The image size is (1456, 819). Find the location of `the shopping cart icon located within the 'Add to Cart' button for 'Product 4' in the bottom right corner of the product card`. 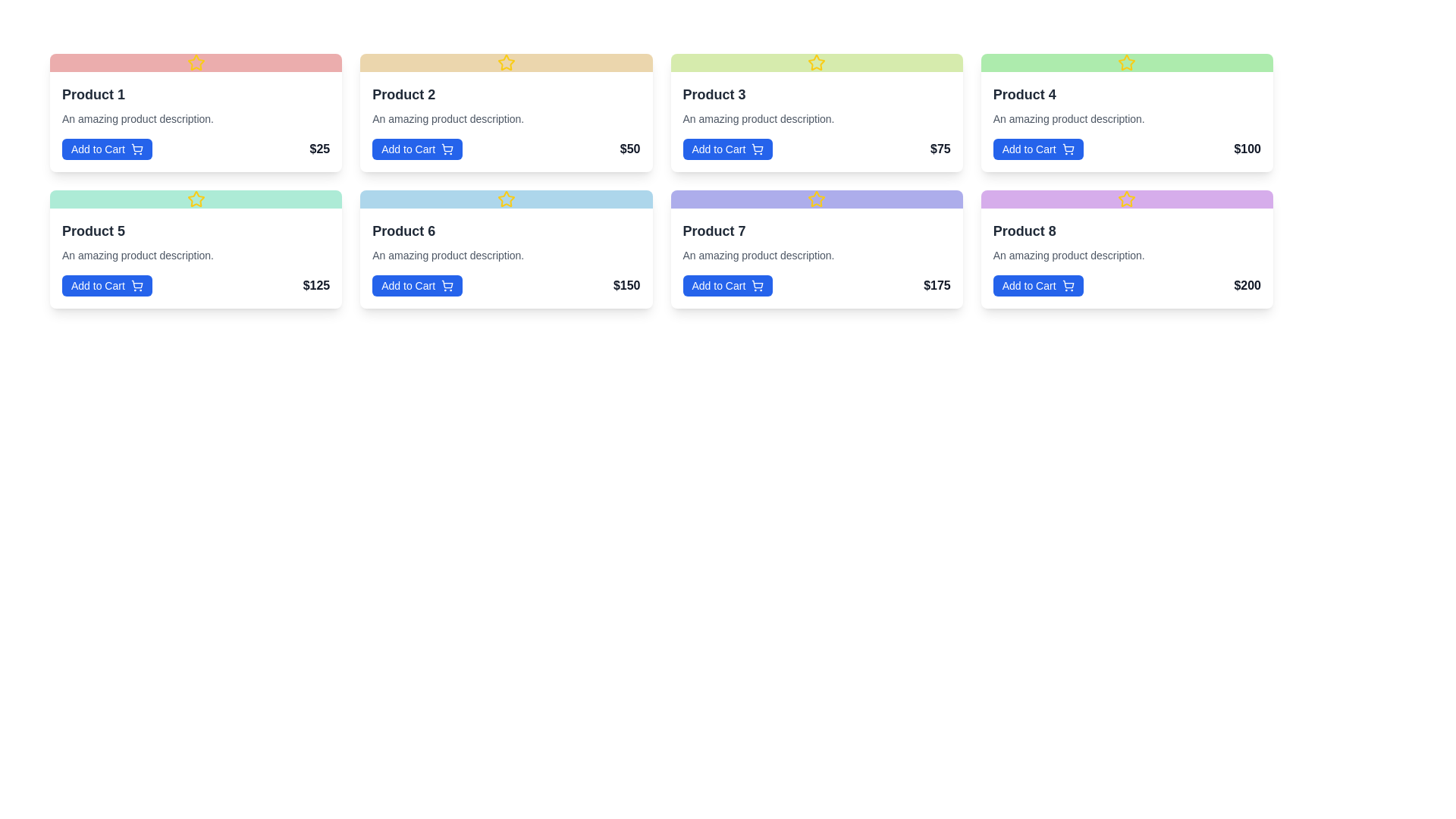

the shopping cart icon located within the 'Add to Cart' button for 'Product 4' in the bottom right corner of the product card is located at coordinates (1067, 148).